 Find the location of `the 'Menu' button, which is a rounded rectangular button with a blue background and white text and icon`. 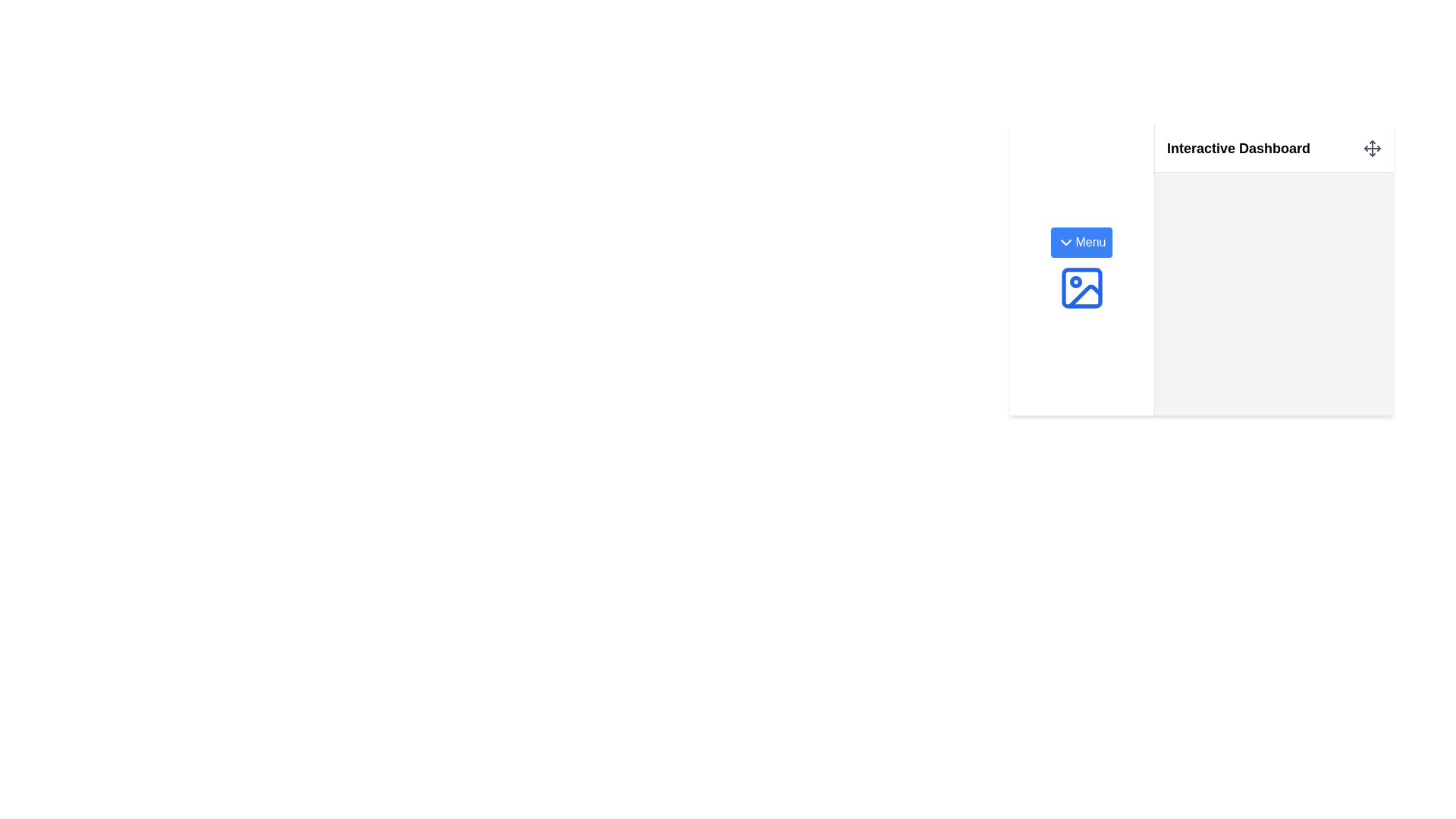

the 'Menu' button, which is a rounded rectangular button with a blue background and white text and icon is located at coordinates (1081, 242).